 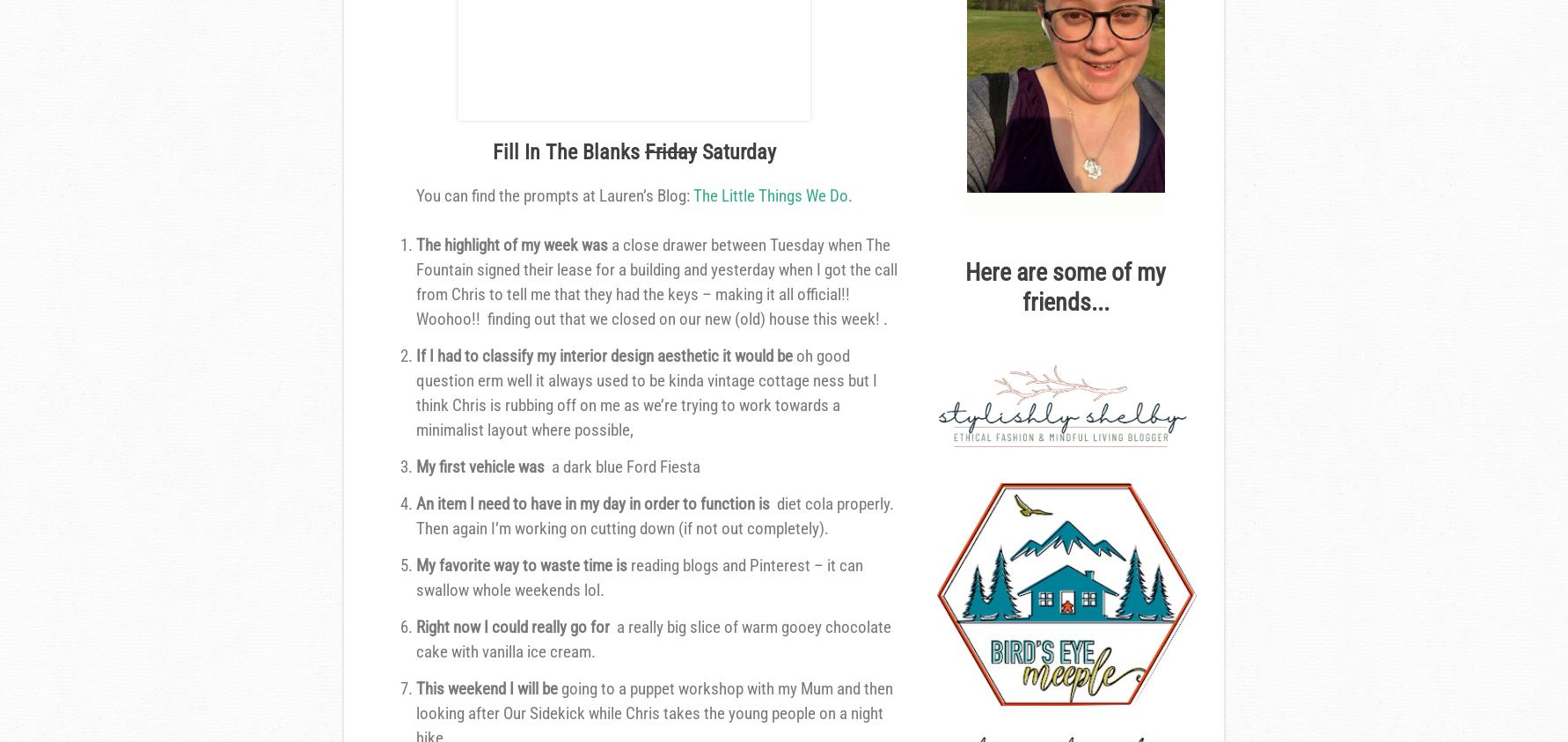 I want to click on 'This weekend I will be', so click(x=414, y=688).